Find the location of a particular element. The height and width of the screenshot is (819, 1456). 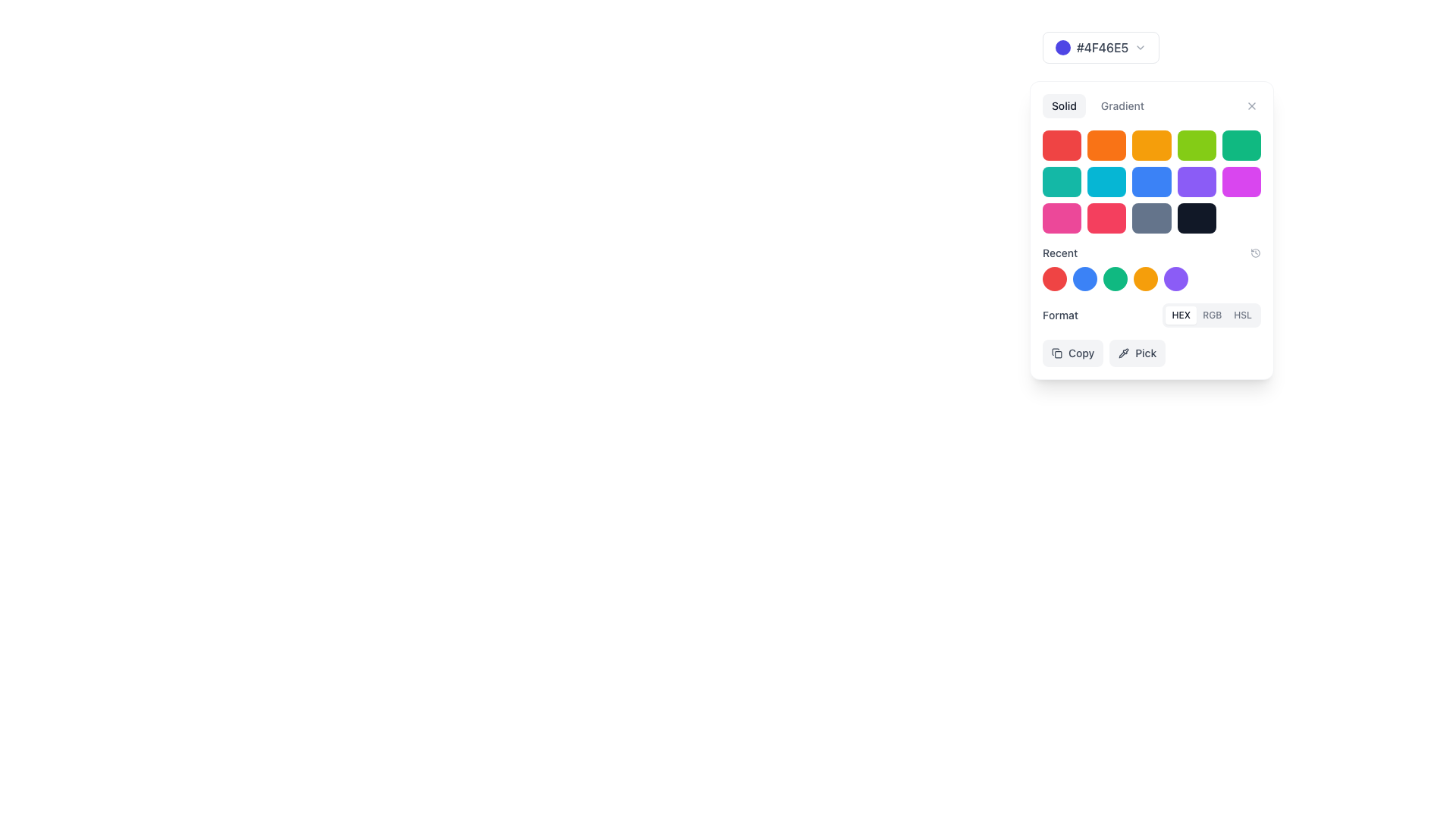

the text display showing '#4F46E5' to copy the color code is located at coordinates (1103, 46).